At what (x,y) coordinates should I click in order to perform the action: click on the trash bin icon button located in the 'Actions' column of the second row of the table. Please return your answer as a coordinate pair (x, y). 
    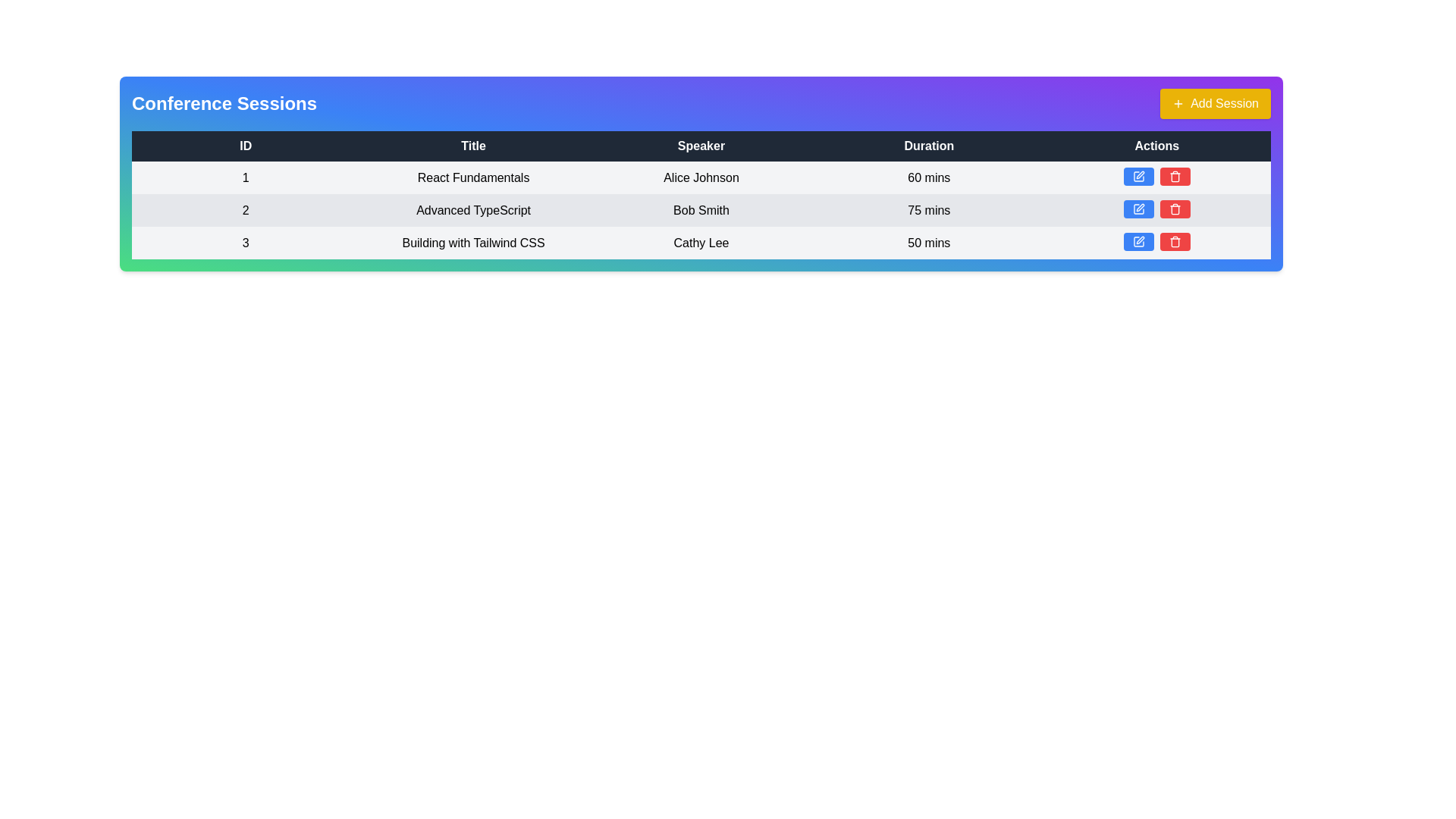
    Looking at the image, I should click on (1174, 209).